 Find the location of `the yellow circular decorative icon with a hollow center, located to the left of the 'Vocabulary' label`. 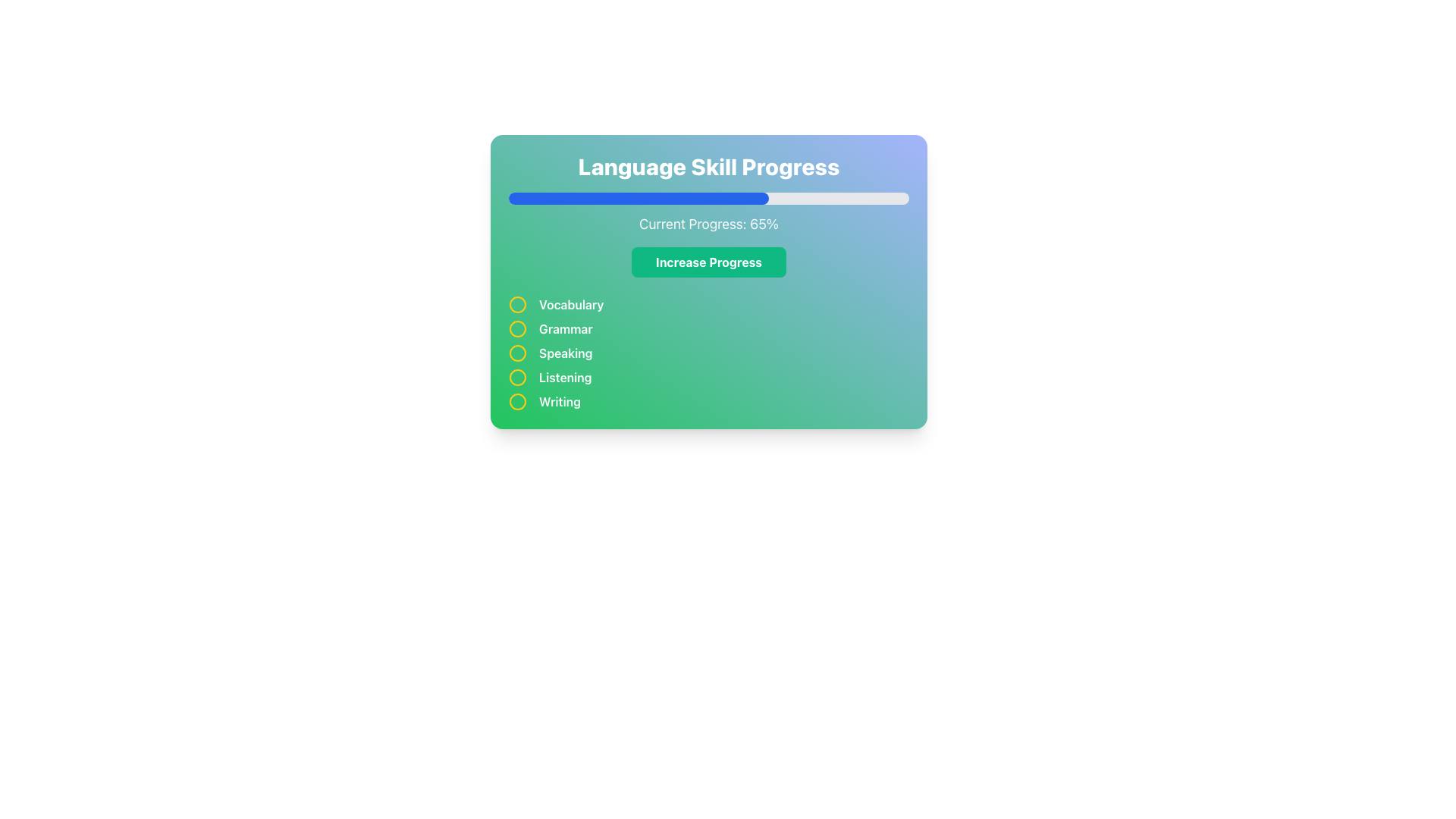

the yellow circular decorative icon with a hollow center, located to the left of the 'Vocabulary' label is located at coordinates (517, 304).